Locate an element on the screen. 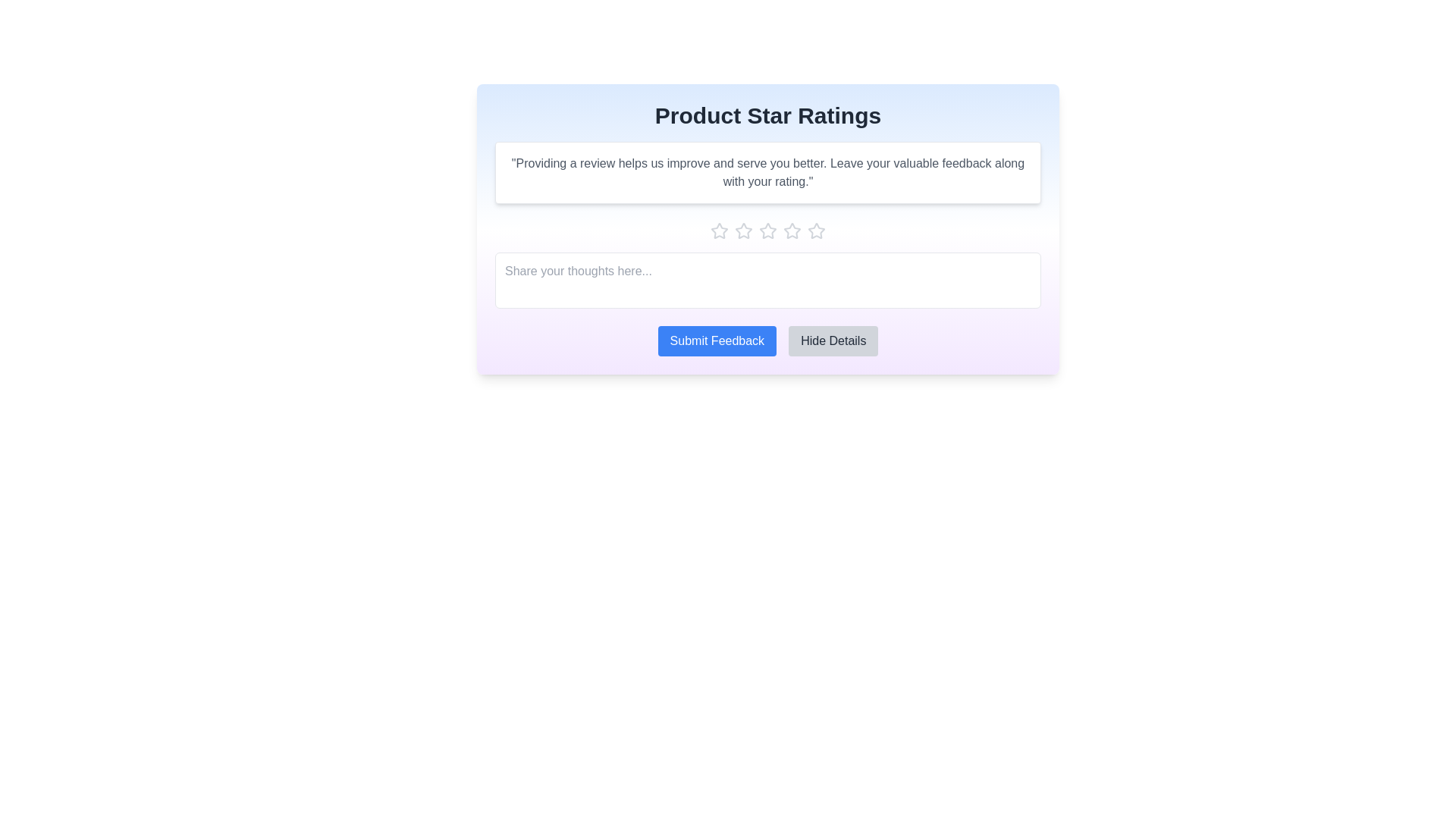 This screenshot has width=1456, height=819. the star corresponding to 5 to set the rating is located at coordinates (815, 231).